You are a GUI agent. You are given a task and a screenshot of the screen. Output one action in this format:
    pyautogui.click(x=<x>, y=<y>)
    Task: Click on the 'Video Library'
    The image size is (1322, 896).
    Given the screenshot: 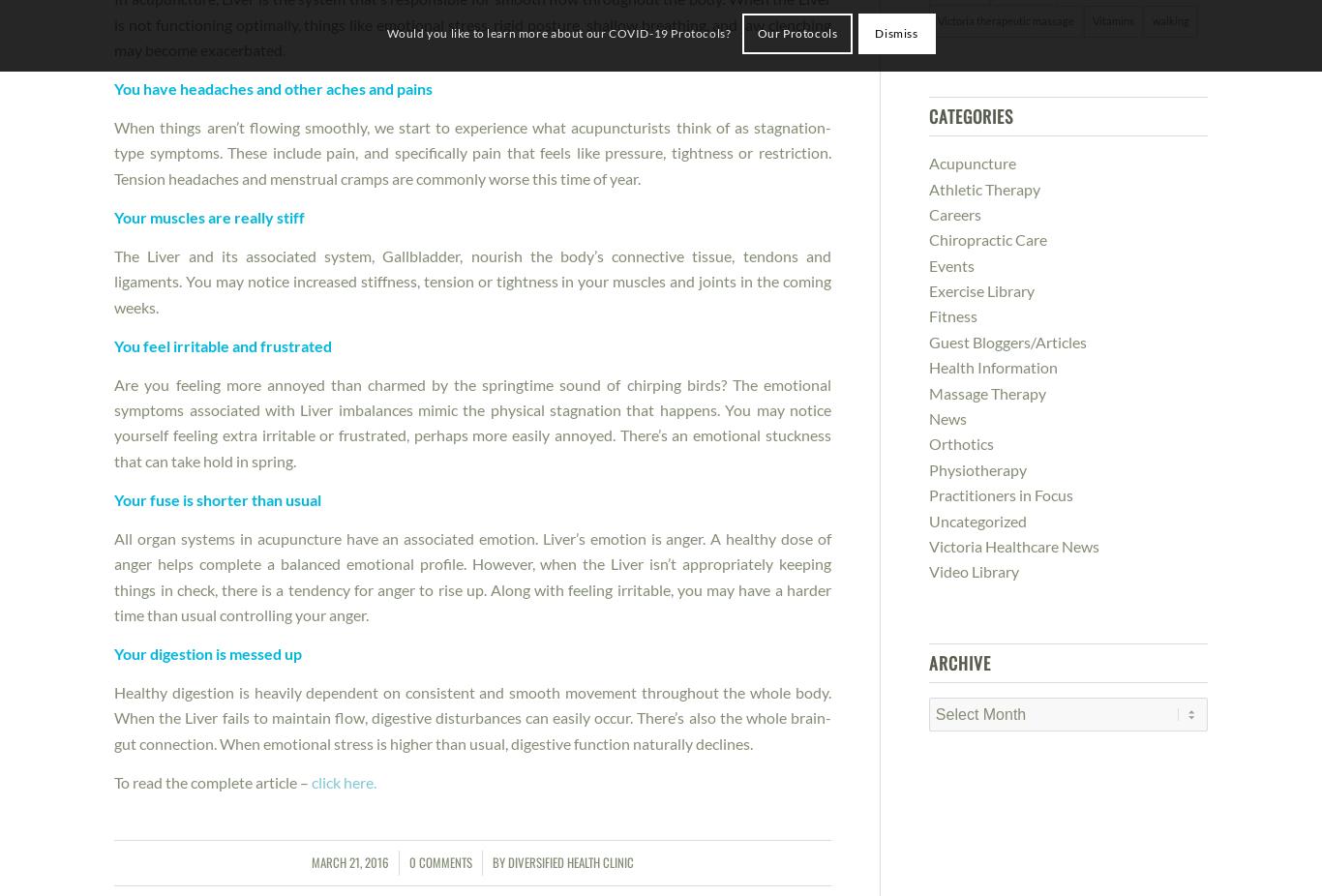 What is the action you would take?
    pyautogui.click(x=927, y=570)
    